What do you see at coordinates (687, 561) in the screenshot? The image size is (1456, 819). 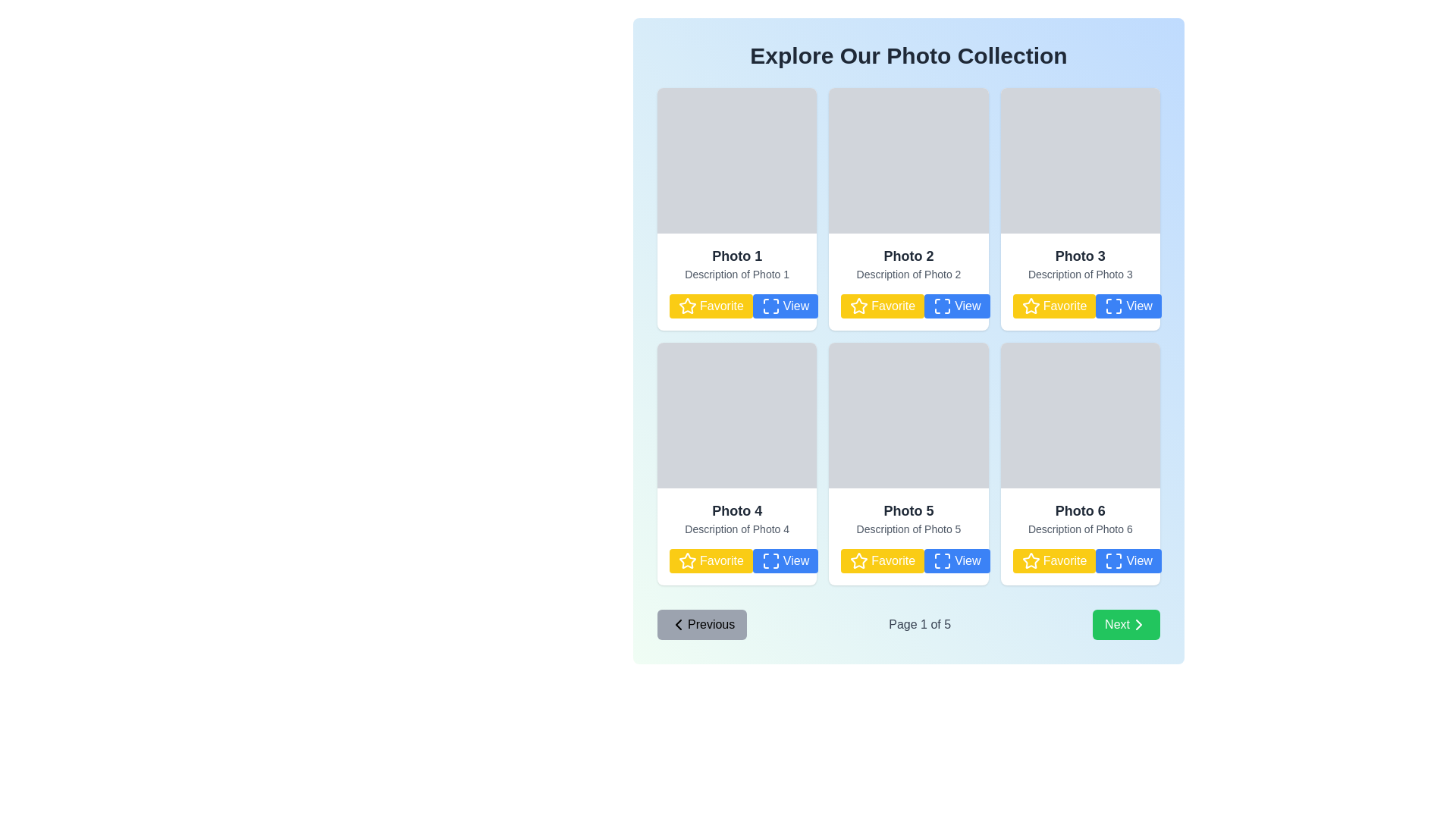 I see `the star-shaped icon with a yellow fill and white border, located to the left of the 'Favorite' text within the yellow button, to rate it` at bounding box center [687, 561].